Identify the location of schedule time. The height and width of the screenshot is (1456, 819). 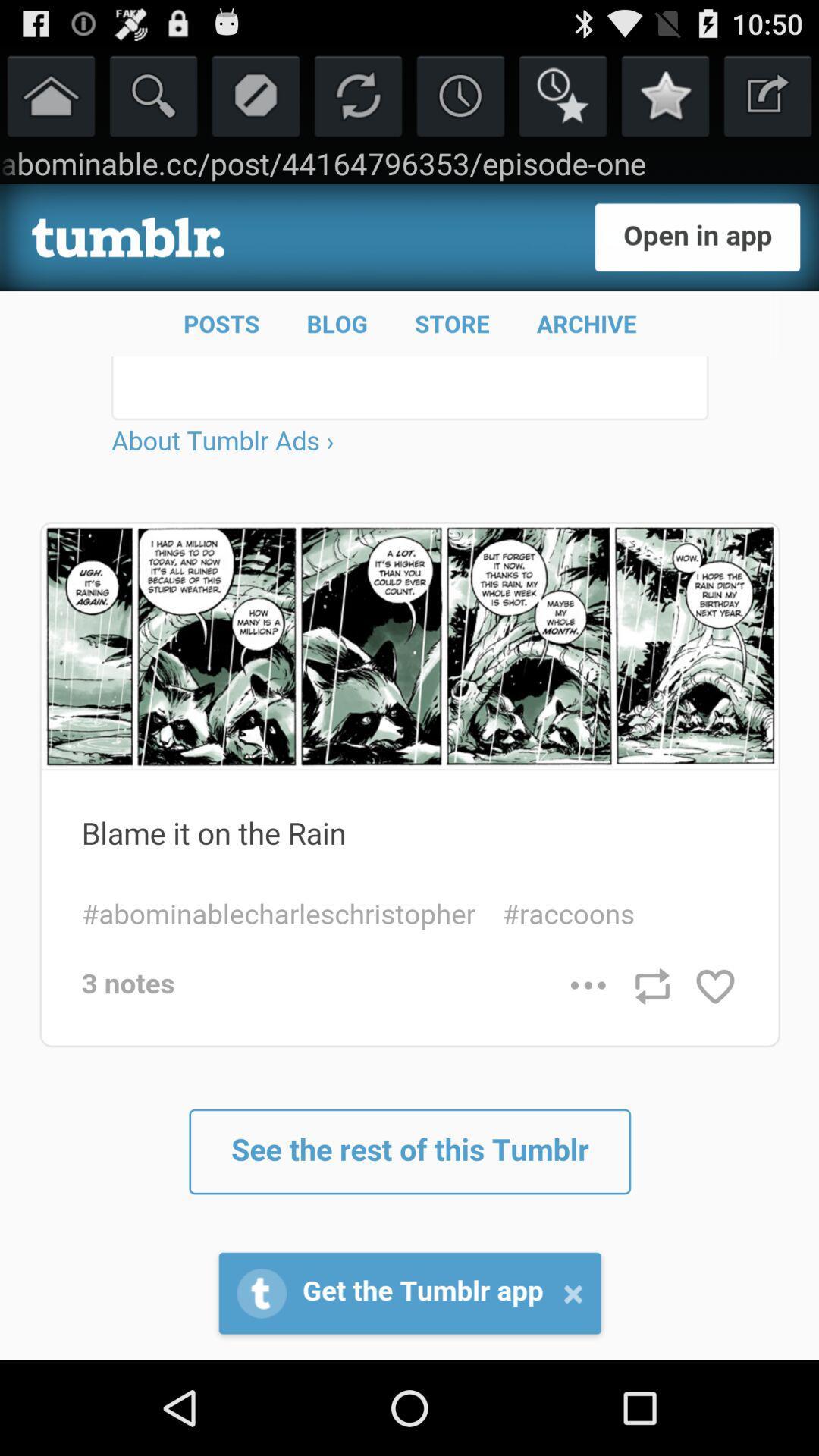
(460, 94).